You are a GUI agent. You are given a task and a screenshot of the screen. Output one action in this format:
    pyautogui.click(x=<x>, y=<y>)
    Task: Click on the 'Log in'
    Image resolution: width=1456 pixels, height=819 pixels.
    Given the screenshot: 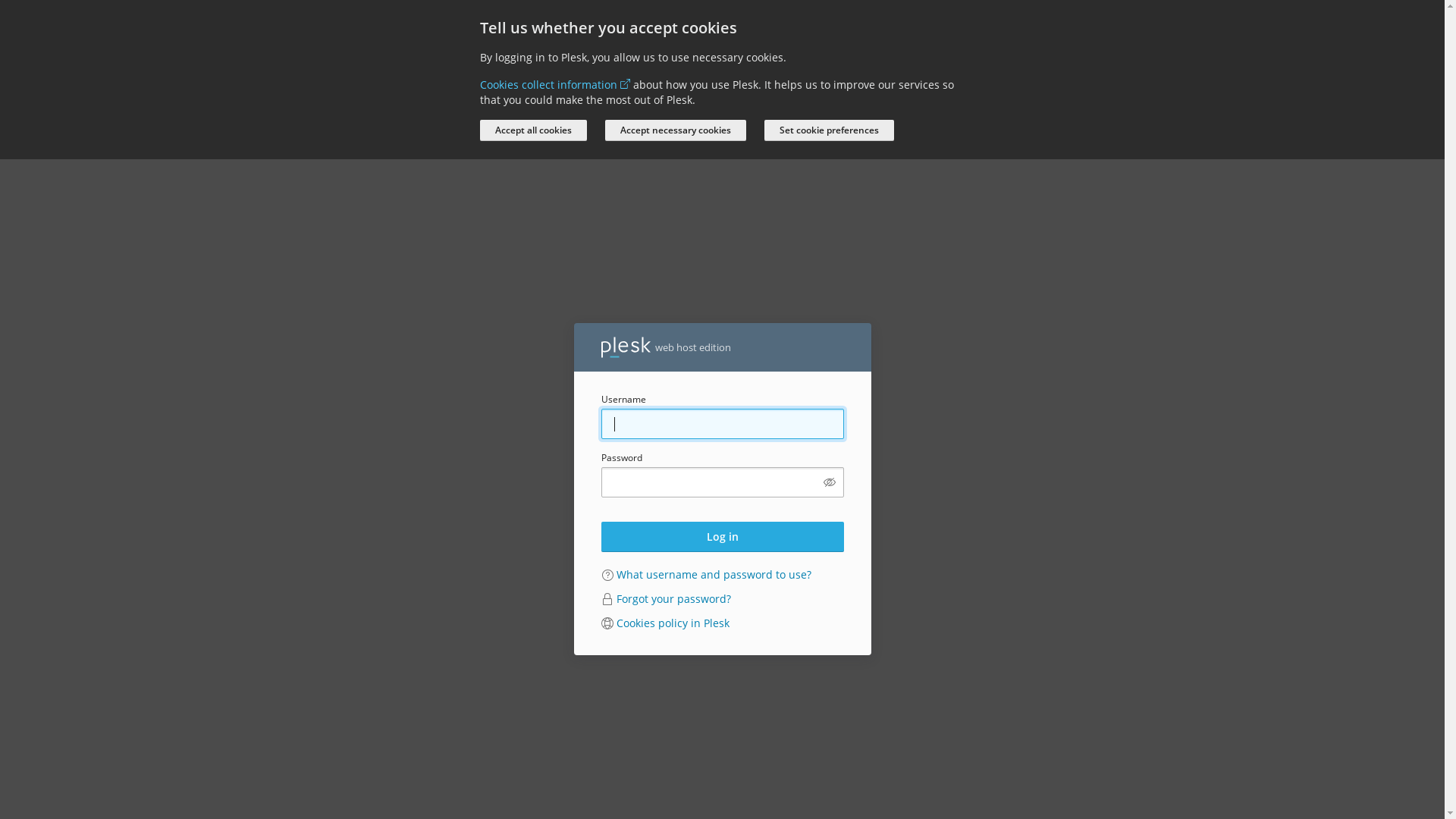 What is the action you would take?
    pyautogui.click(x=720, y=536)
    